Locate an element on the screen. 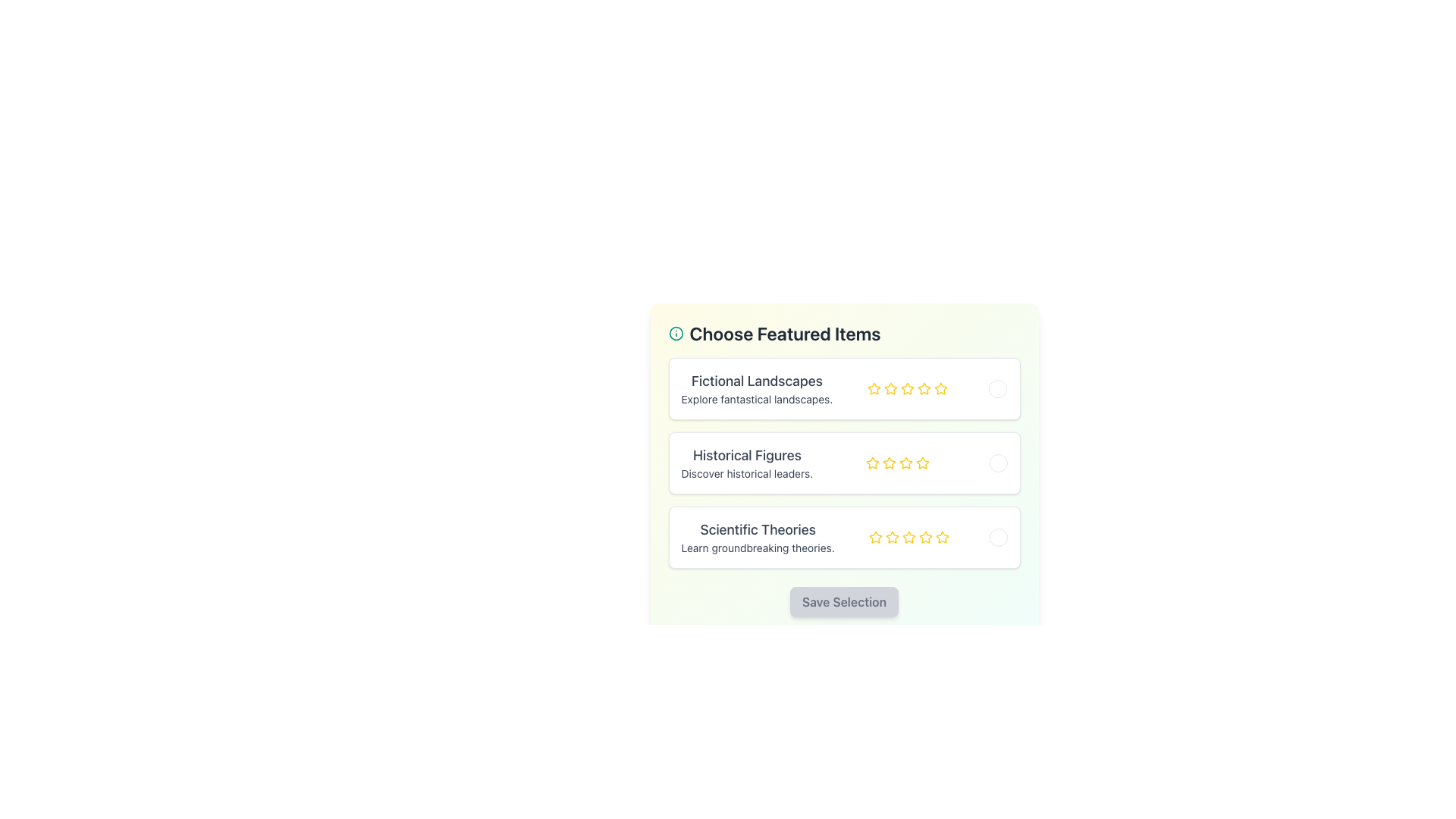 The height and width of the screenshot is (819, 1456). the third star icon in the rating row for 'Scientific Theories' is located at coordinates (924, 536).